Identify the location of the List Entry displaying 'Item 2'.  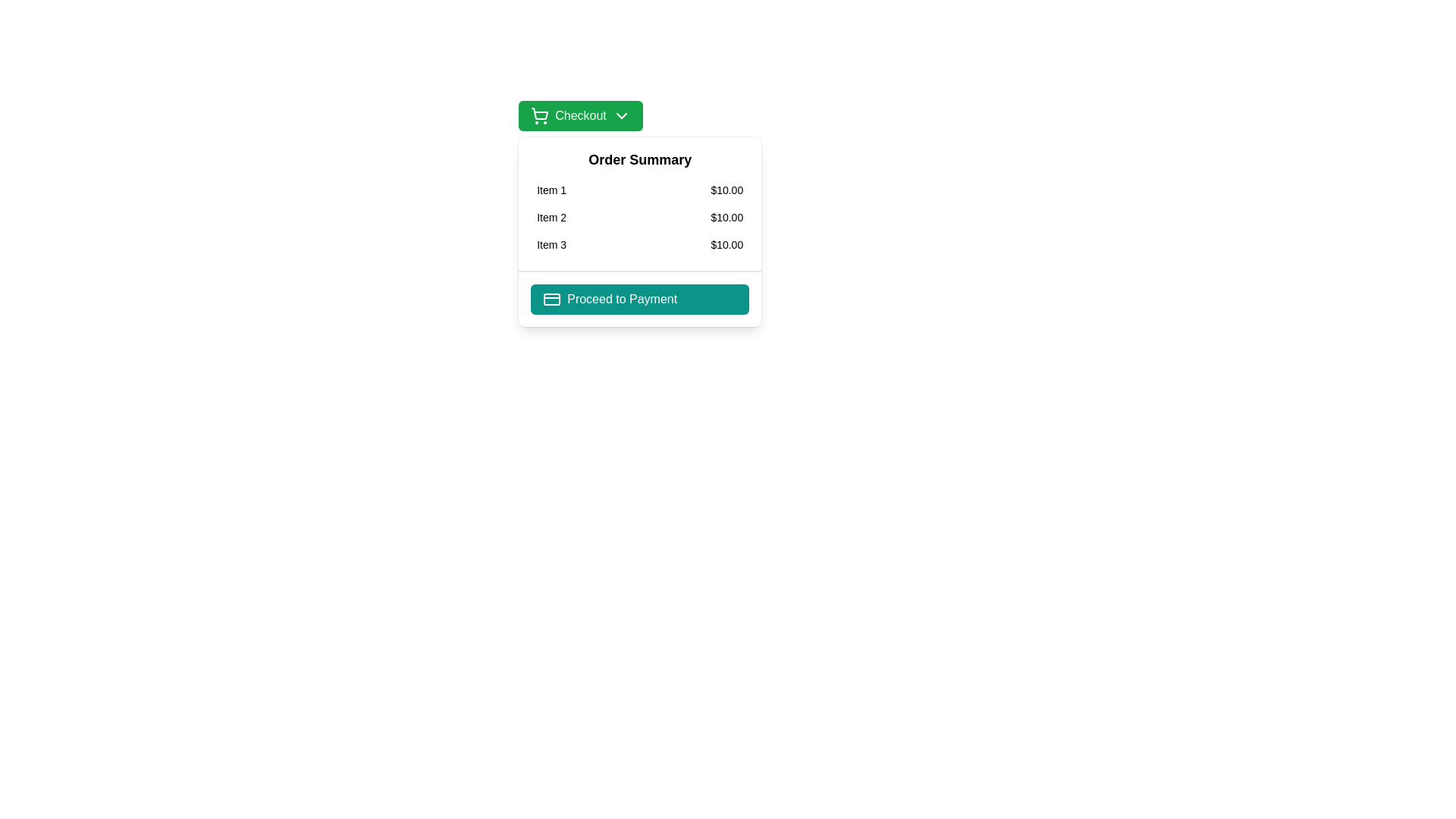
(640, 217).